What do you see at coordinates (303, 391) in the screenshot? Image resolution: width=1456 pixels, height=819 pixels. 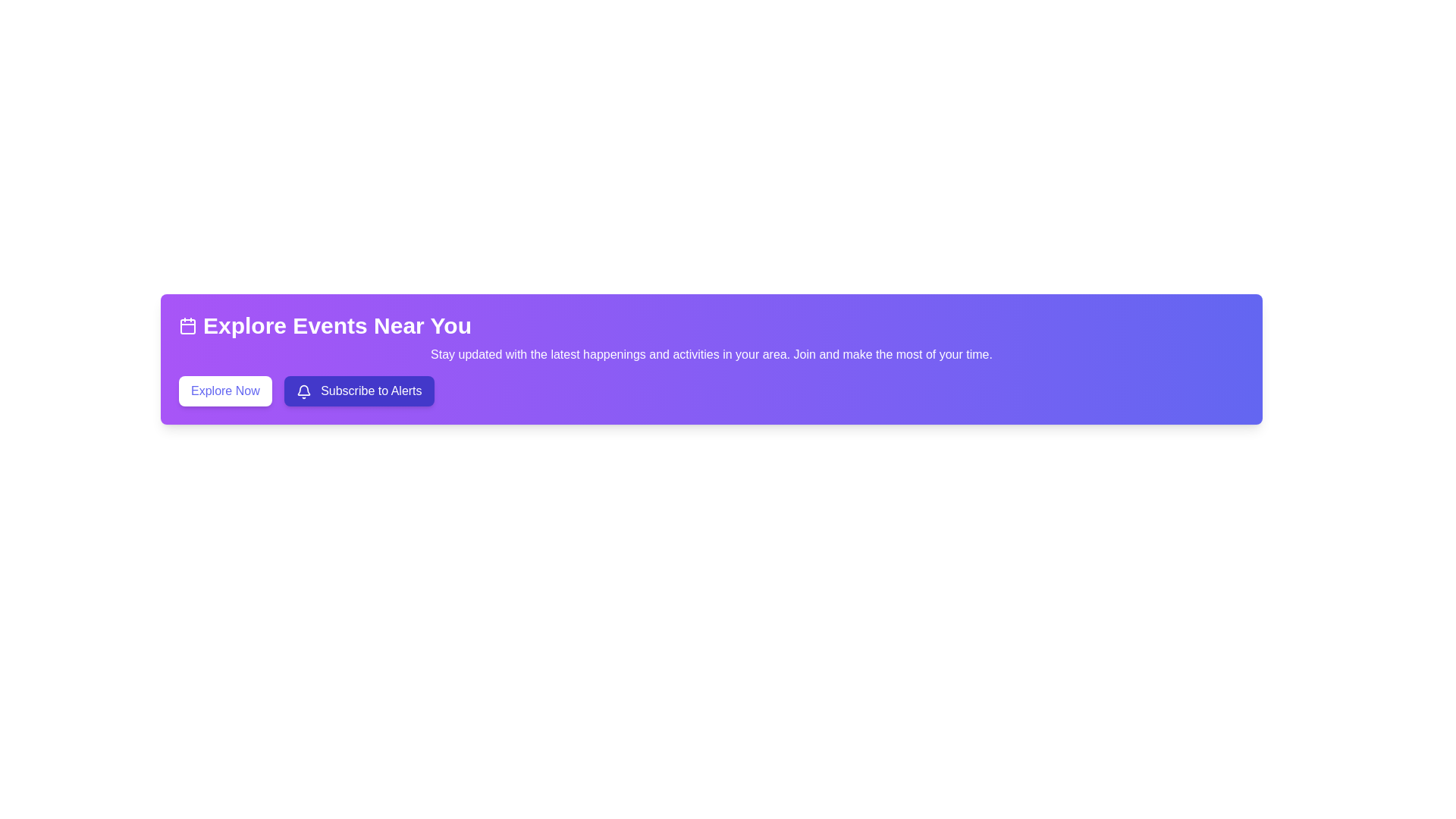 I see `the alert notification icon located to the left of the 'Subscribe to Alerts' button` at bounding box center [303, 391].